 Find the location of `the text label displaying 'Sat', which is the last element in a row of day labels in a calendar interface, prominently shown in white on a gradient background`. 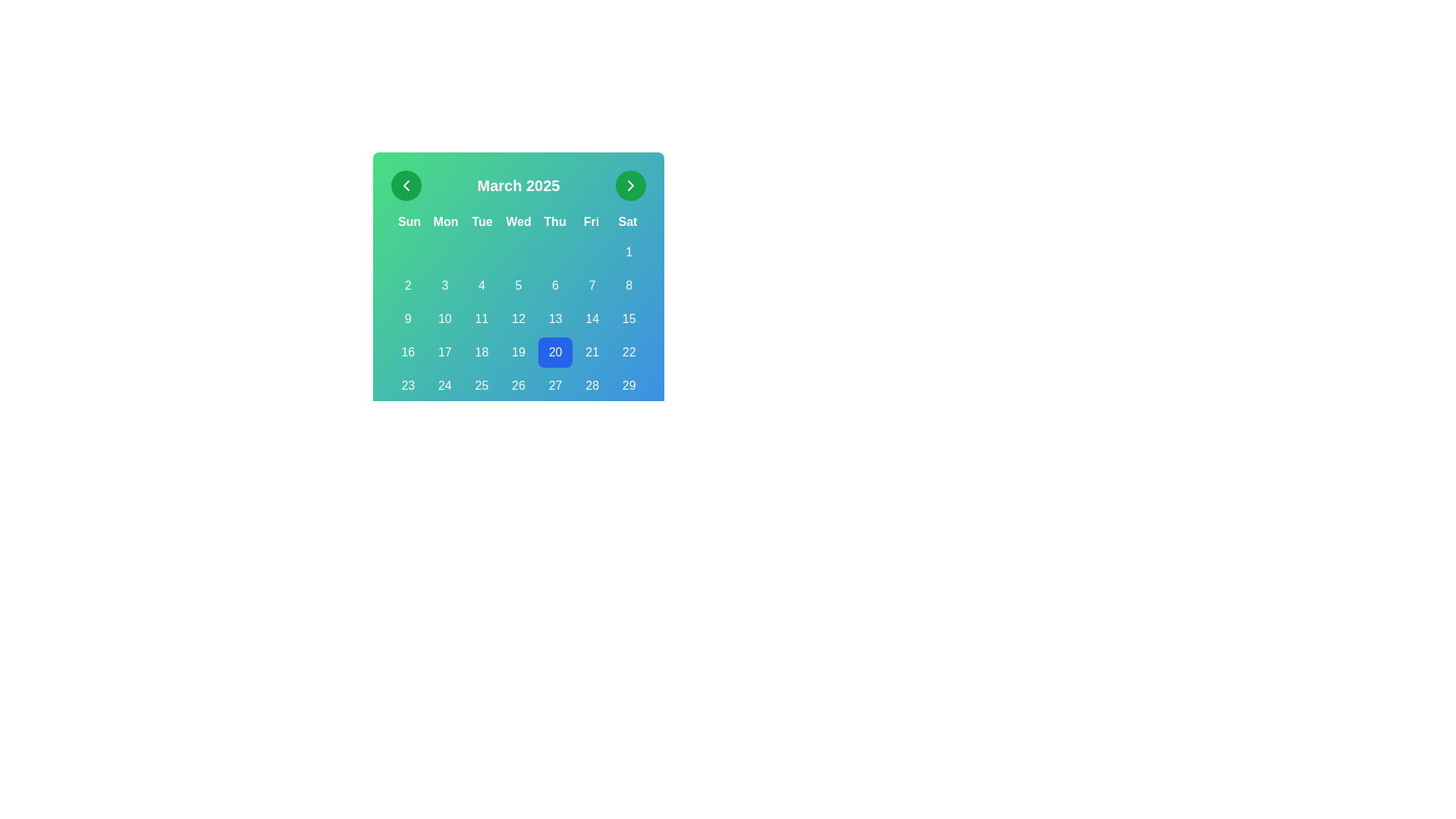

the text label displaying 'Sat', which is the last element in a row of day labels in a calendar interface, prominently shown in white on a gradient background is located at coordinates (628, 222).